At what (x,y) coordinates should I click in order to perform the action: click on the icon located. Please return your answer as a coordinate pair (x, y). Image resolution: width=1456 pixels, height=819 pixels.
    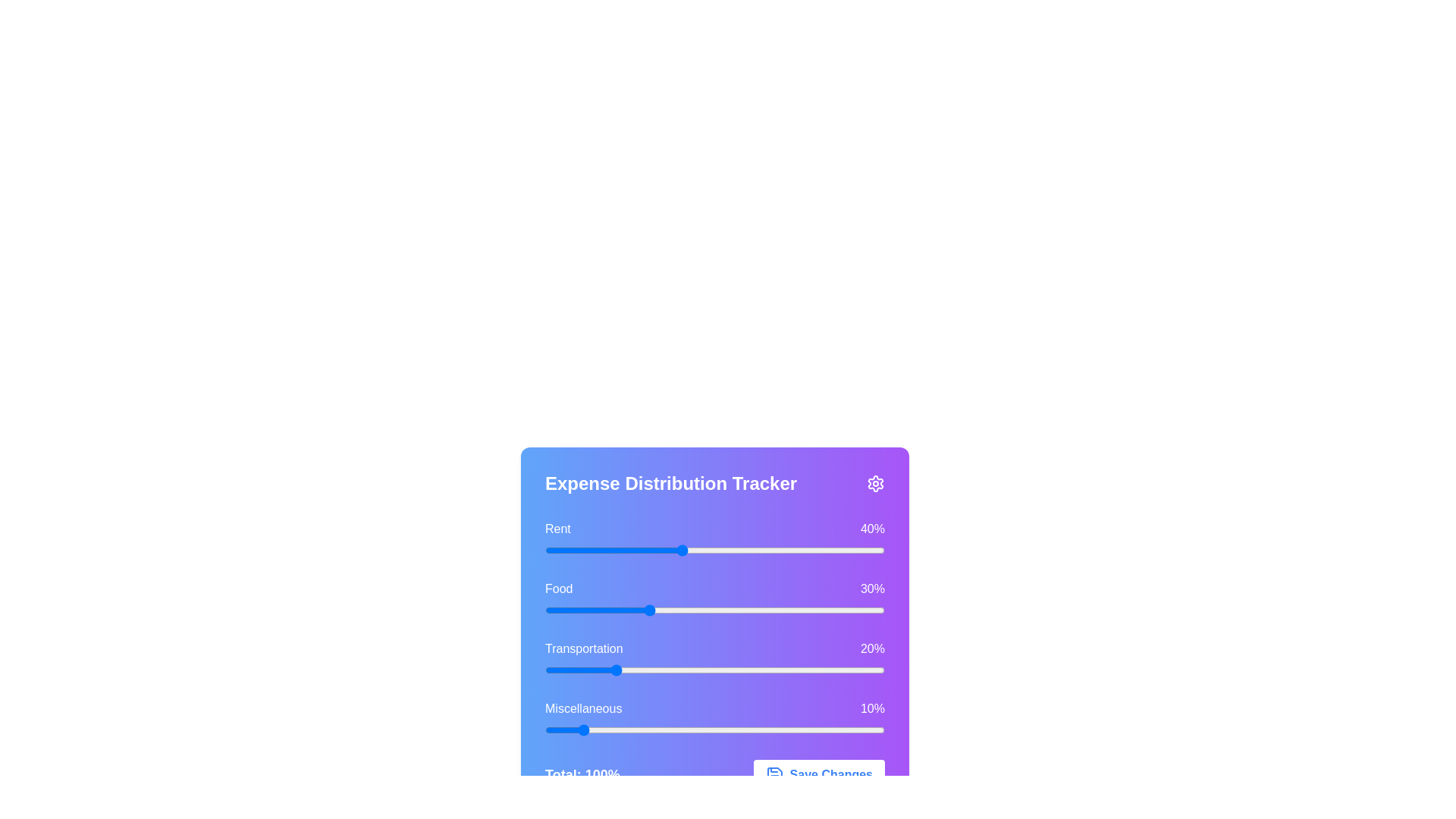
    Looking at the image, I should click on (774, 775).